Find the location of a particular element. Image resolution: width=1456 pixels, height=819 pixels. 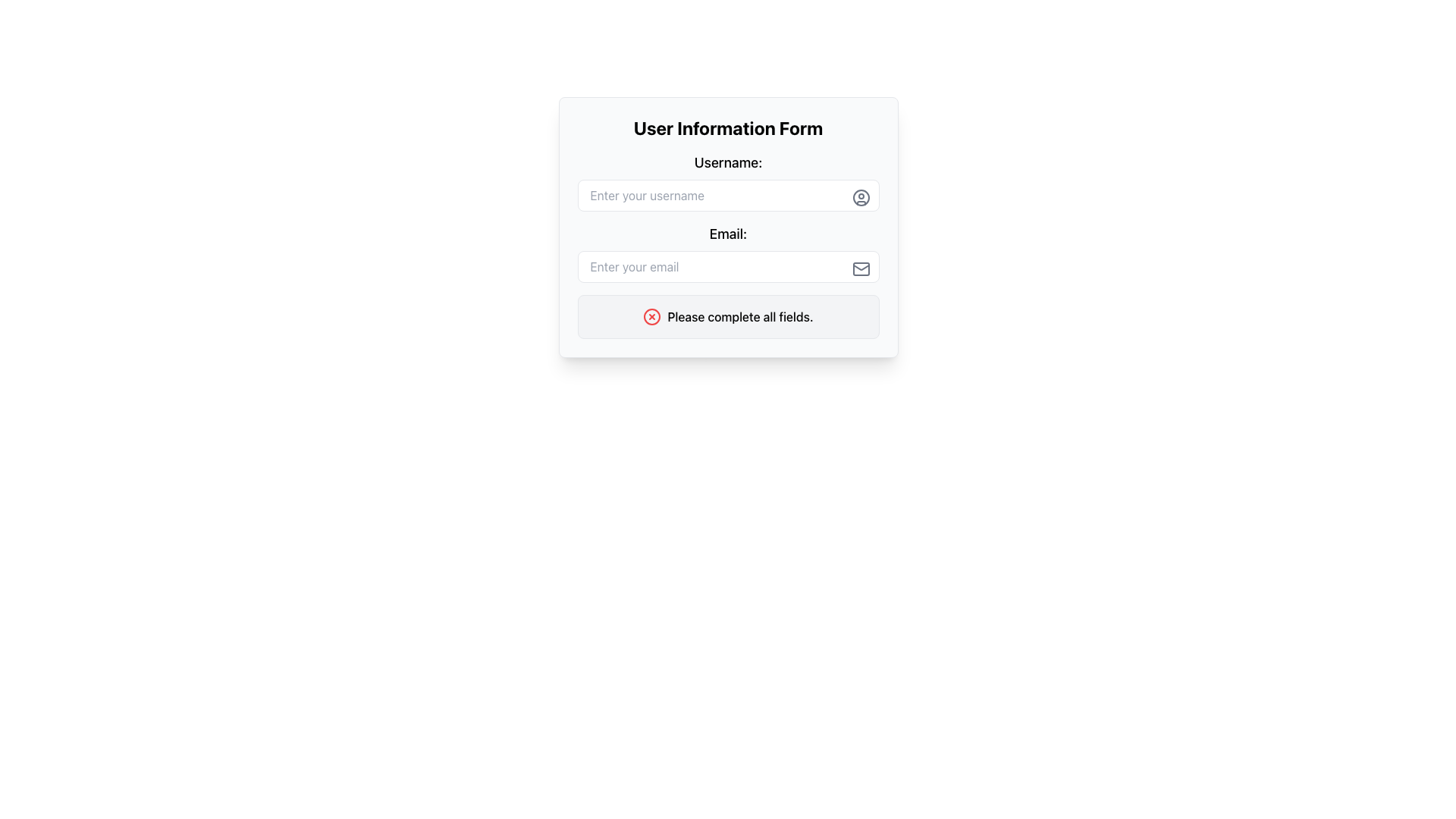

the user-related icon located on the right edge of the username input field in the top form of the layout is located at coordinates (861, 197).